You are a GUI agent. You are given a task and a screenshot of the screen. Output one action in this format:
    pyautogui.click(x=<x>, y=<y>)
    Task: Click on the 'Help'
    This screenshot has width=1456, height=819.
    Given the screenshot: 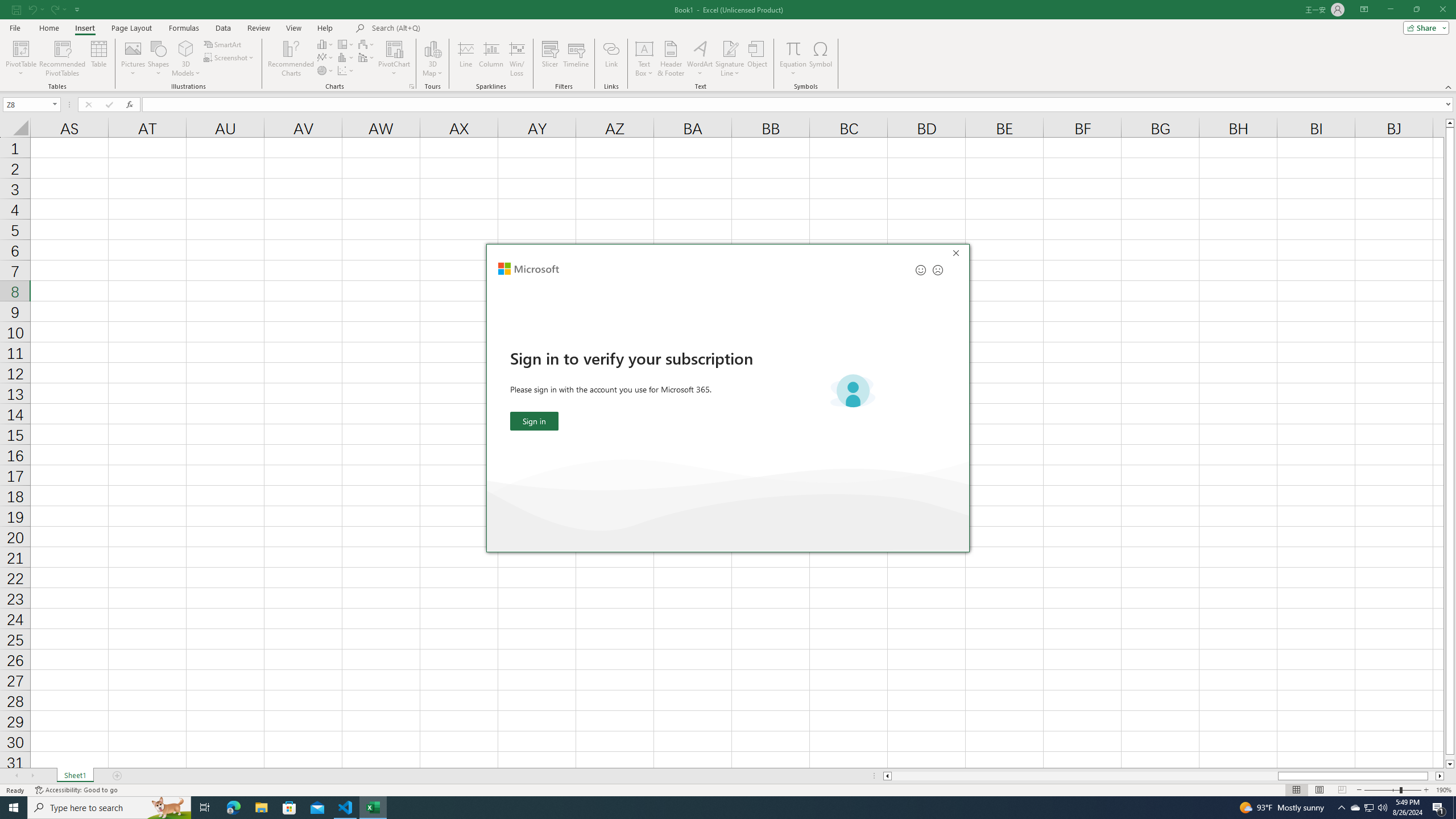 What is the action you would take?
    pyautogui.click(x=325, y=28)
    